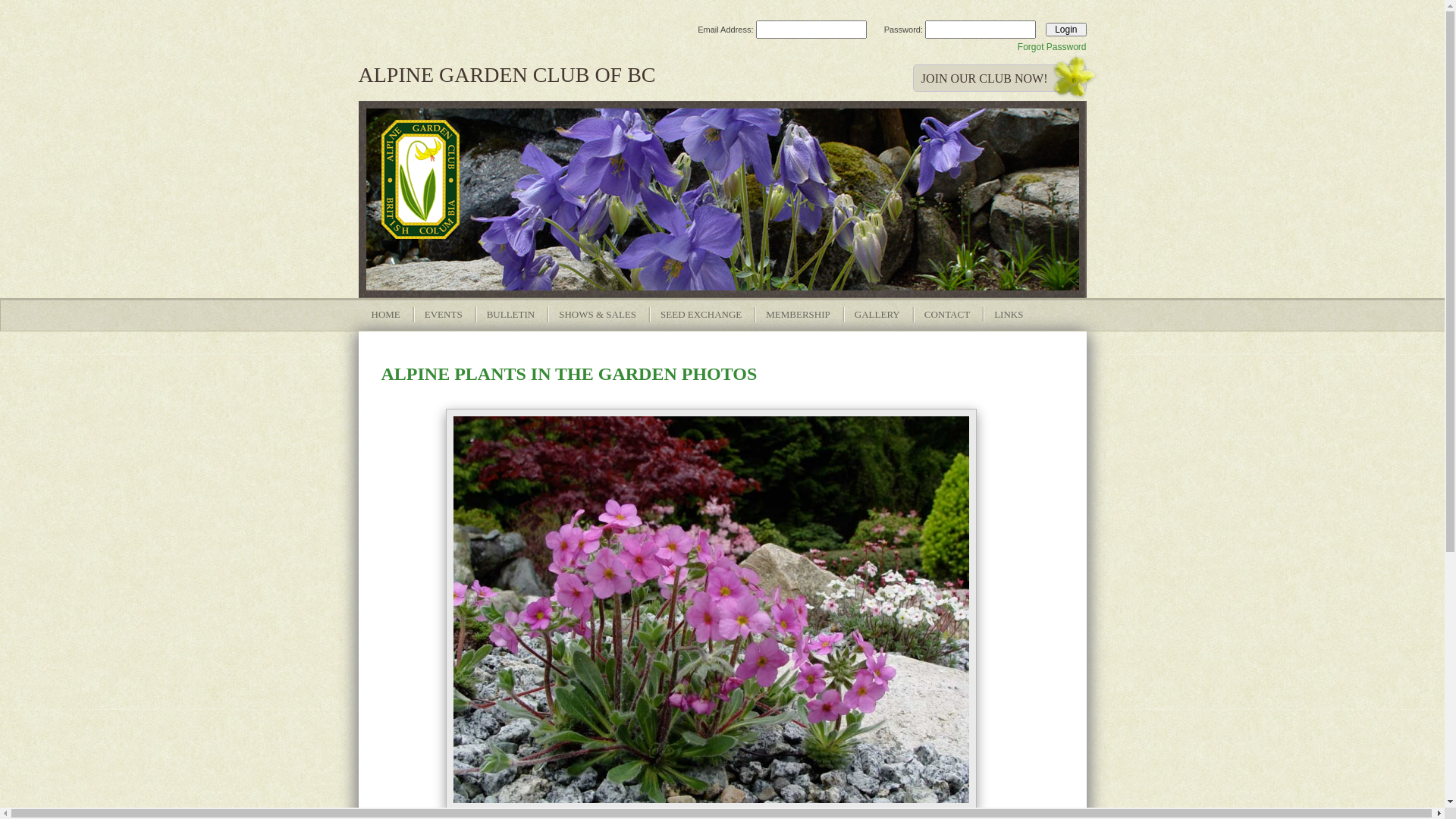  Describe the element at coordinates (596, 314) in the screenshot. I see `'SHOWS & SALES'` at that location.